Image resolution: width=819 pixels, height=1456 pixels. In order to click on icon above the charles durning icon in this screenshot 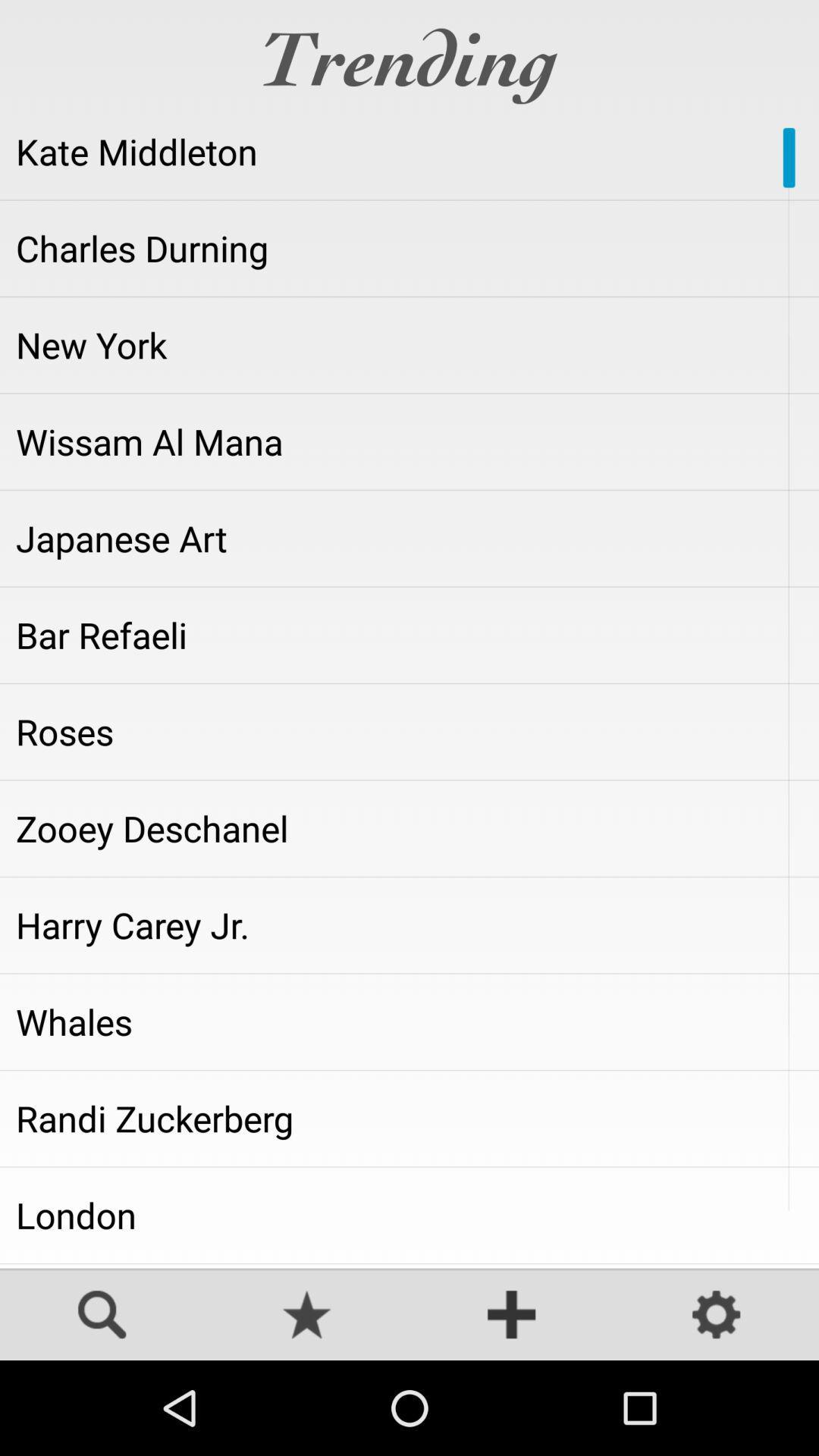, I will do `click(409, 152)`.